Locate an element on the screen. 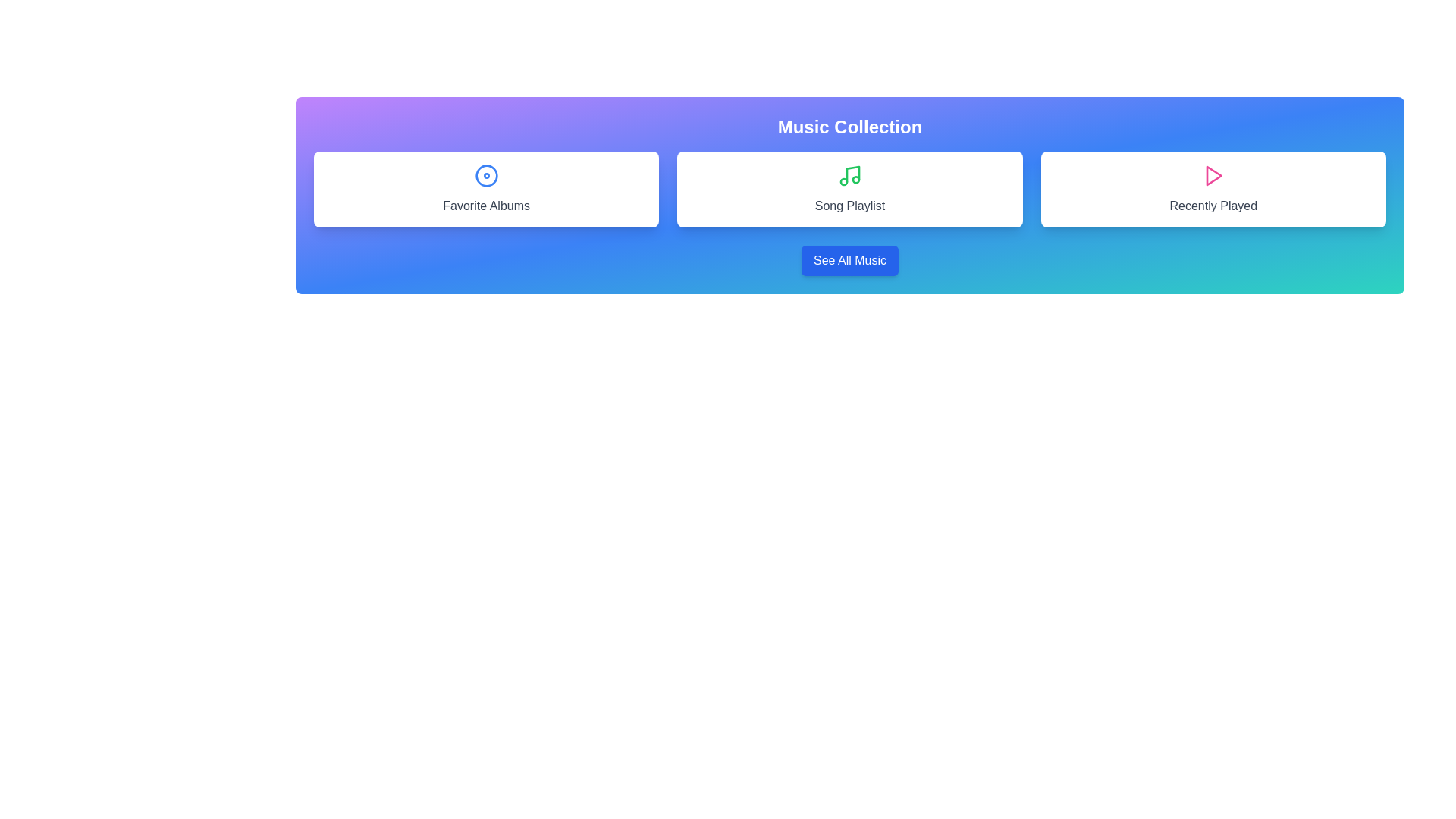  the informational and navigational card representing favorite albums, which is the leftmost card in a row of three cards is located at coordinates (486, 189).